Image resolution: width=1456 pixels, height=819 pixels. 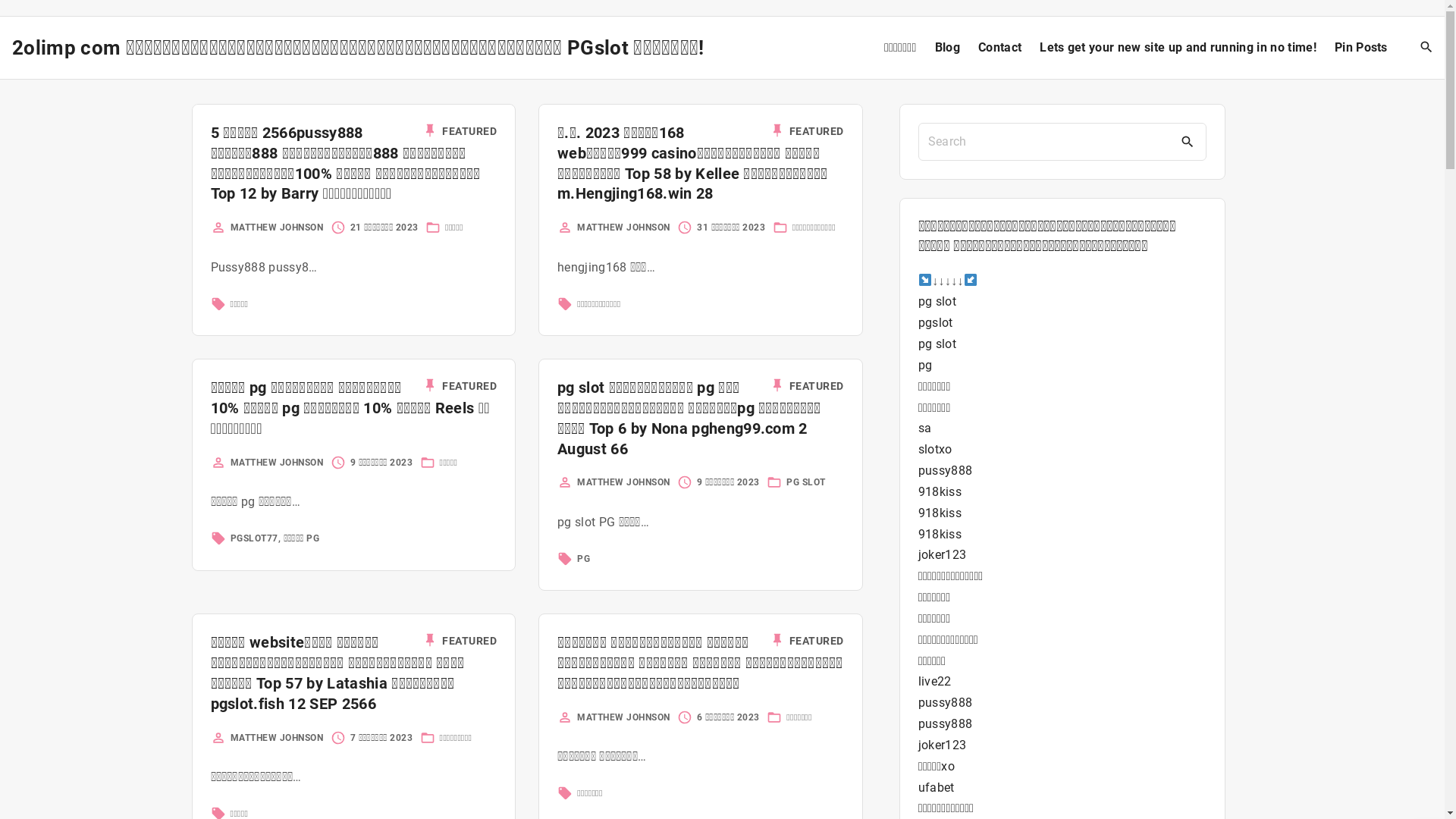 What do you see at coordinates (934, 448) in the screenshot?
I see `'slotxo'` at bounding box center [934, 448].